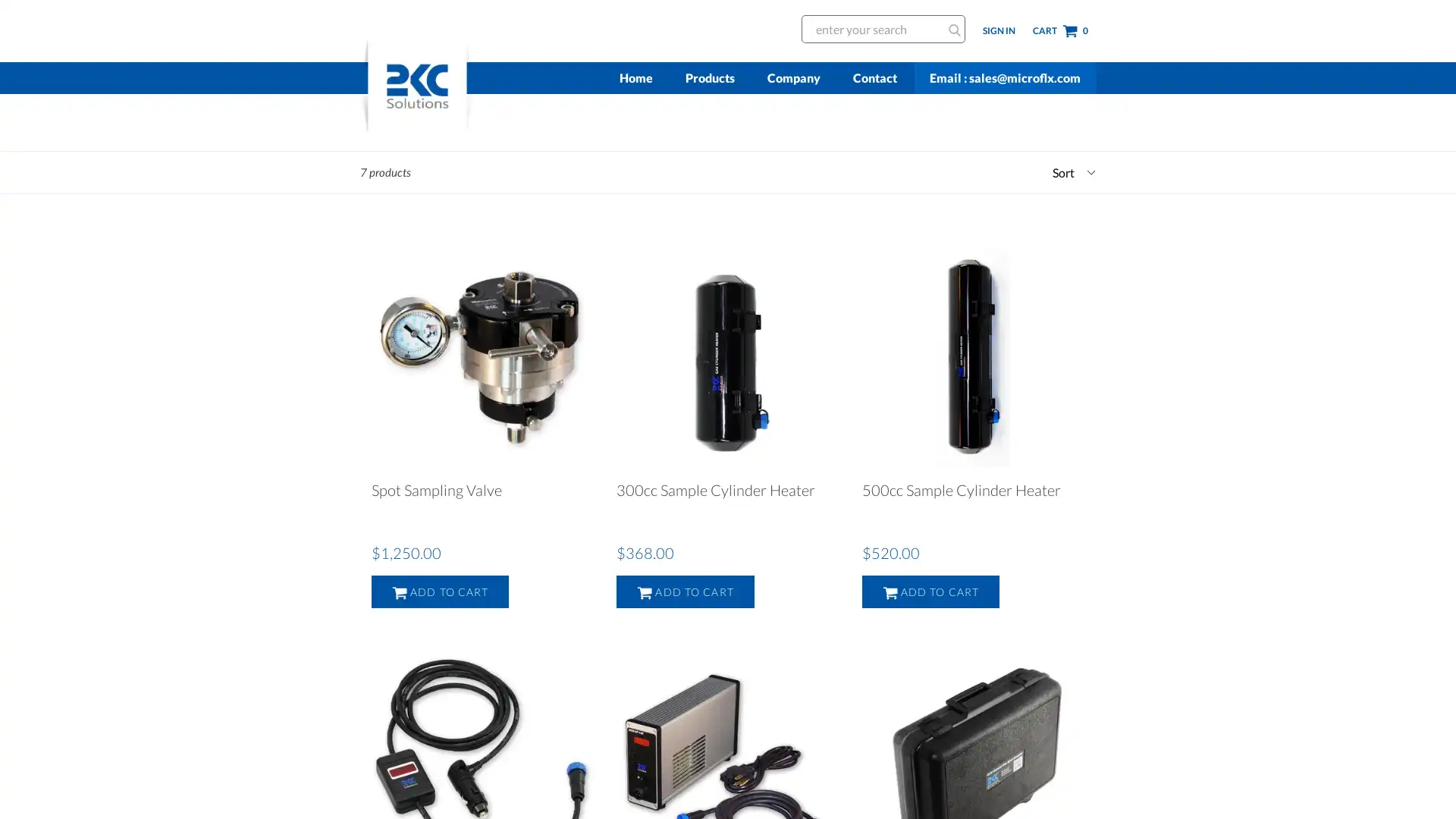 This screenshot has width=1456, height=819. I want to click on ADD TO CART, so click(439, 591).